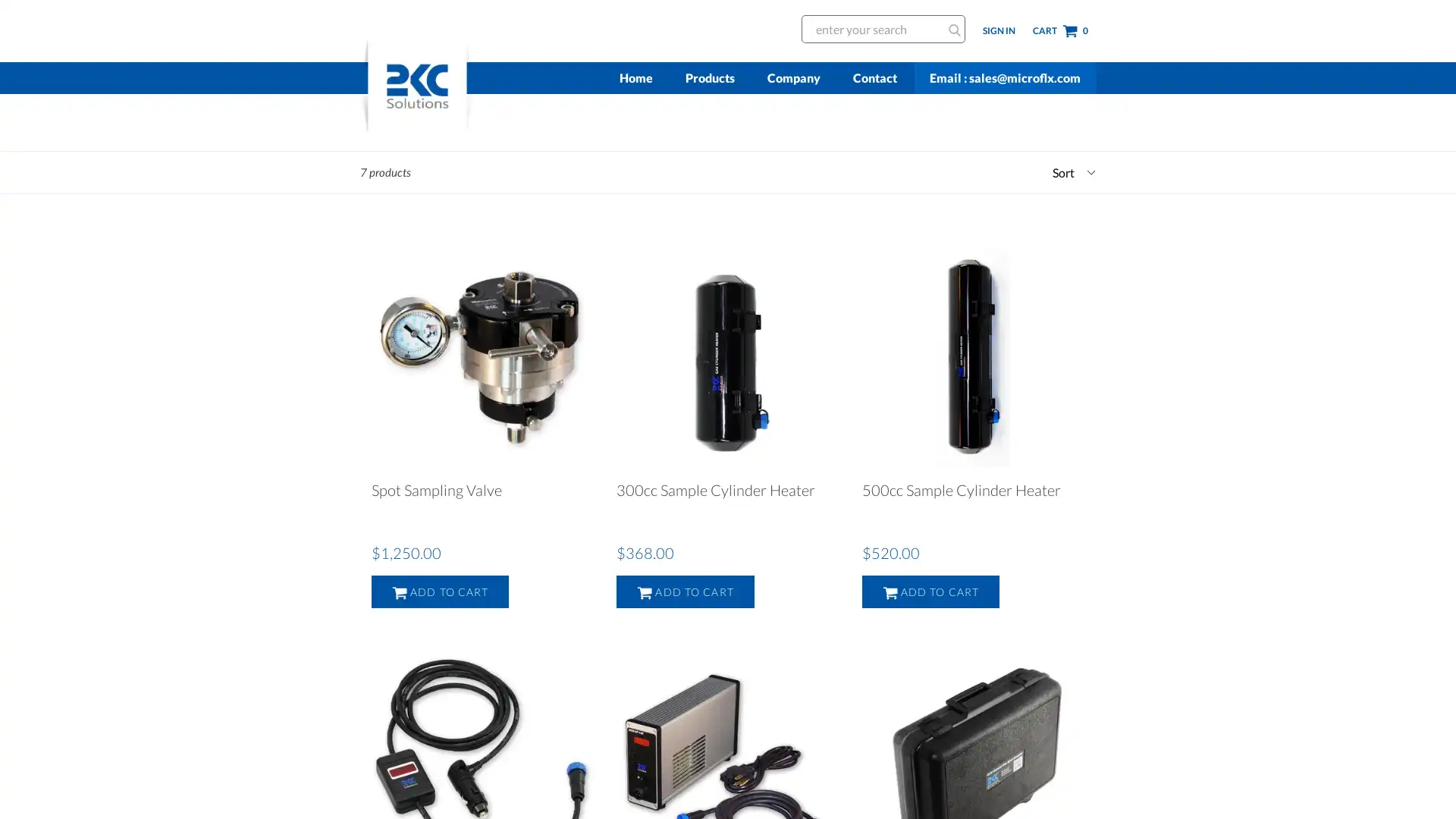 This screenshot has width=1456, height=819. I want to click on ADD TO CART, so click(439, 591).